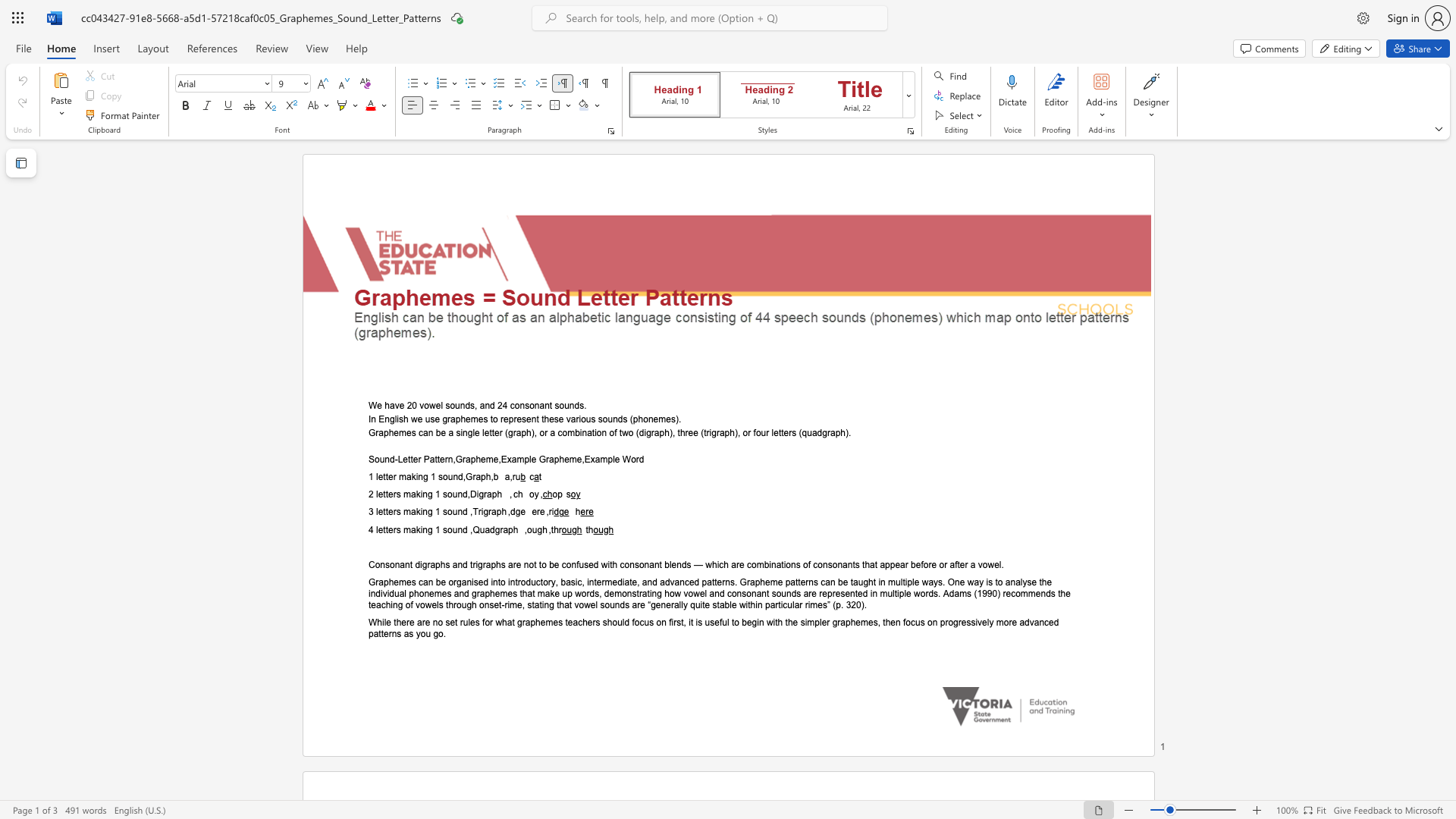 The height and width of the screenshot is (819, 1456). What do you see at coordinates (1005, 581) in the screenshot?
I see `the subset text "analyse the individual phonemes and graphemes that make up words, demonstrating how vowel and consonant soun" within the text "Graphemes can be organised into introductory, basic, intermediate, and advanced patterns. Grapheme patterns can be taught in multiple ways. One way is to analyse the individual phonemes and graphemes that make up words, demonstrating how vowel and consonant sounds are represented in multiple words. Adams (1990) recommends the teaching of vowels through onset-rime, stating that vowel sounds are “generally quite stable within particular rimes” (p. 320)."` at bounding box center [1005, 581].